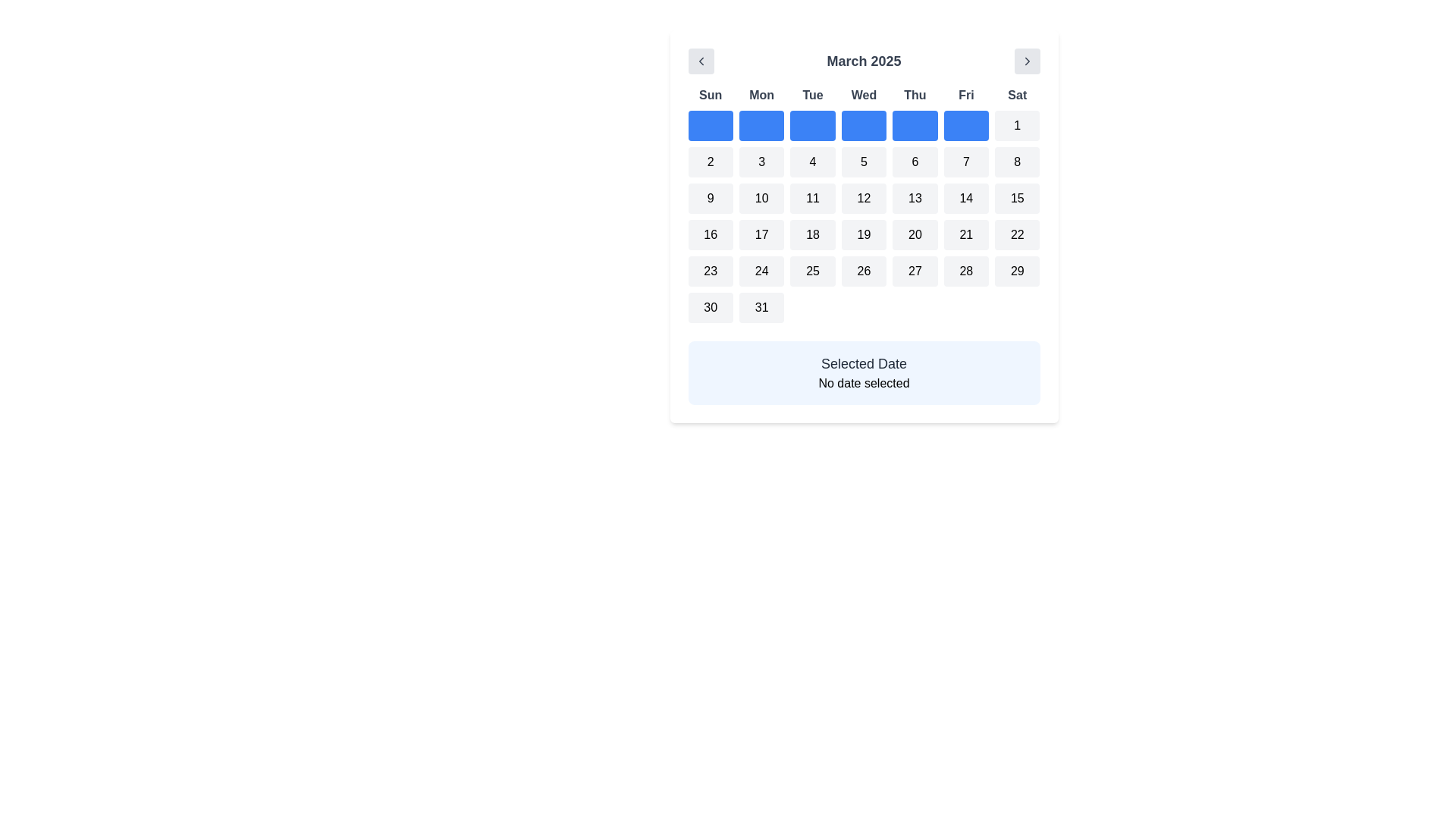  I want to click on the rounded rectangular button with a blue background representing Tuesday in the March 2025 calendar, so click(812, 124).